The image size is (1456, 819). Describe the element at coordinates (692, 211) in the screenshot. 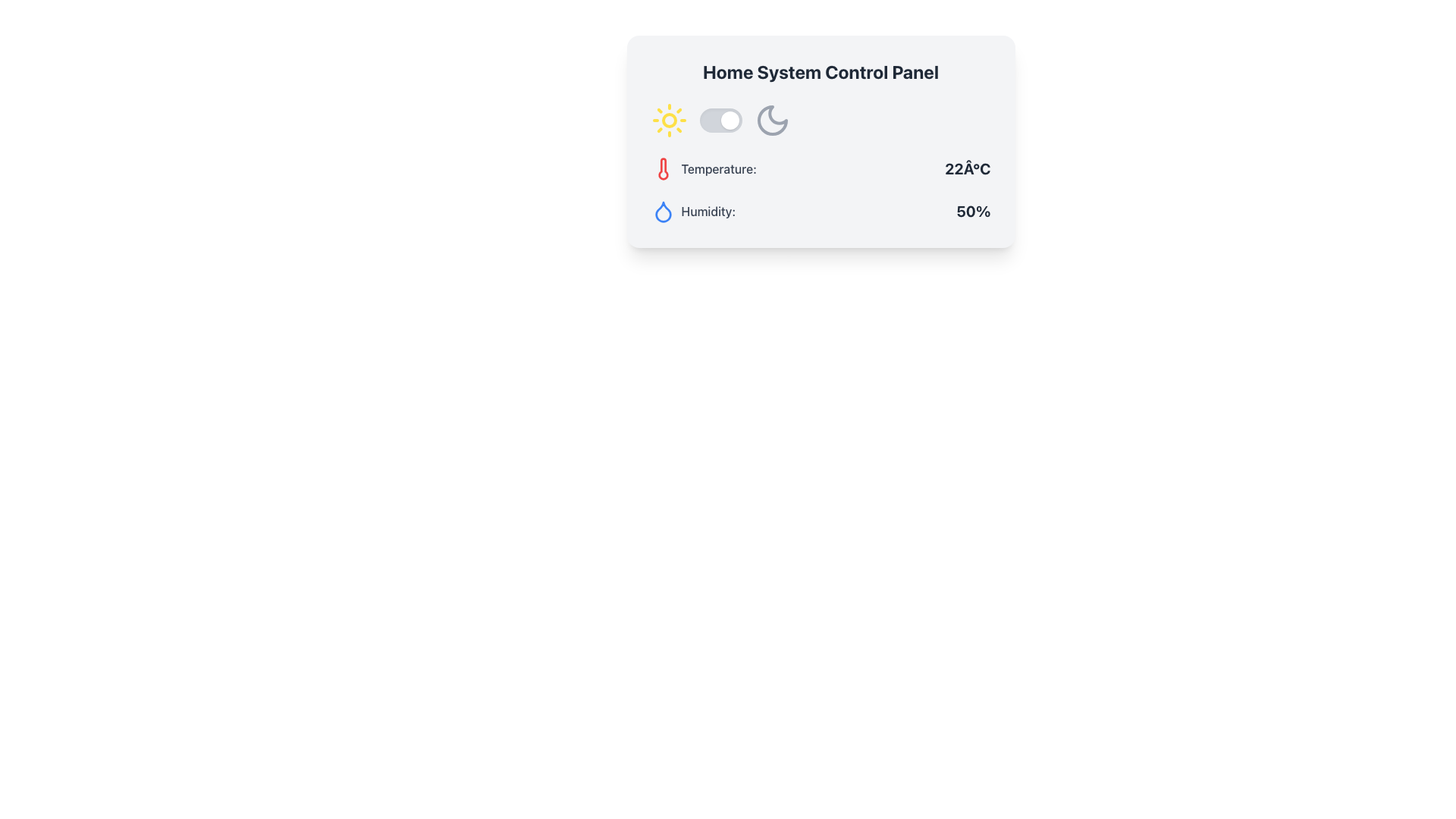

I see `the text label 'Humidity:' which is located in the lower-left corner of the 'Home System Control Panel'` at that location.